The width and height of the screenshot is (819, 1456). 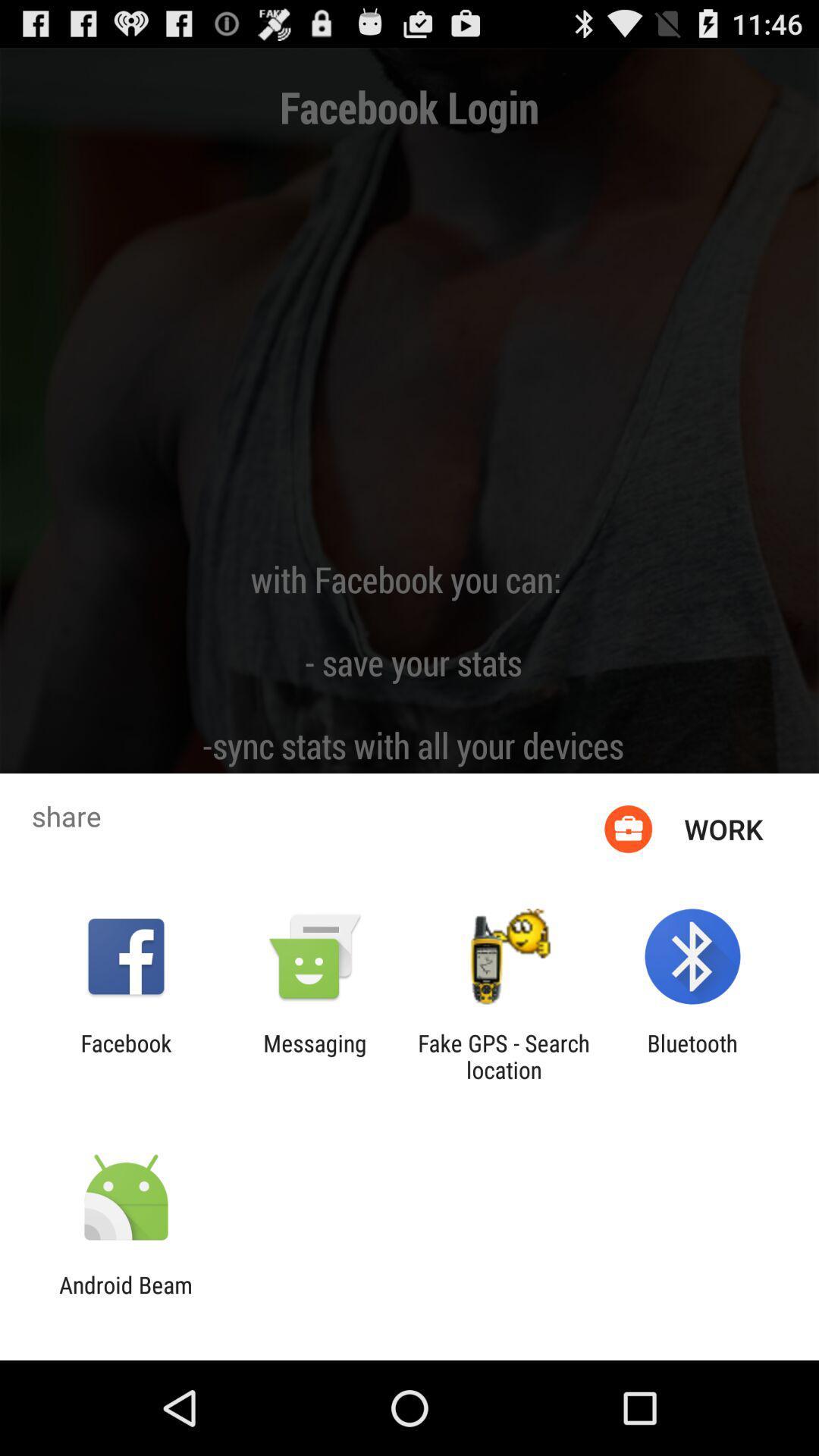 I want to click on the icon next to bluetooth item, so click(x=504, y=1056).